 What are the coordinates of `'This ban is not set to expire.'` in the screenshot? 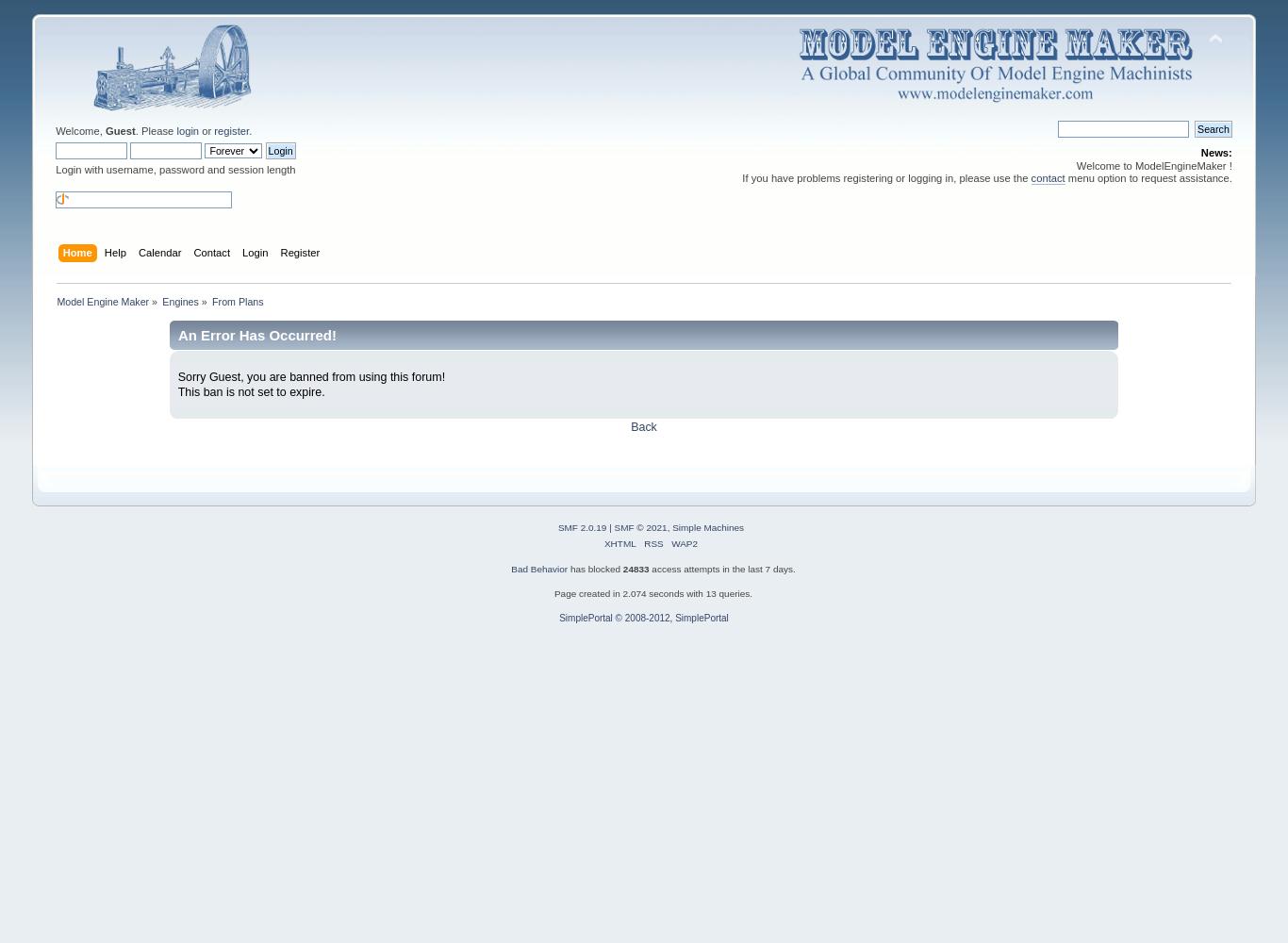 It's located at (250, 391).